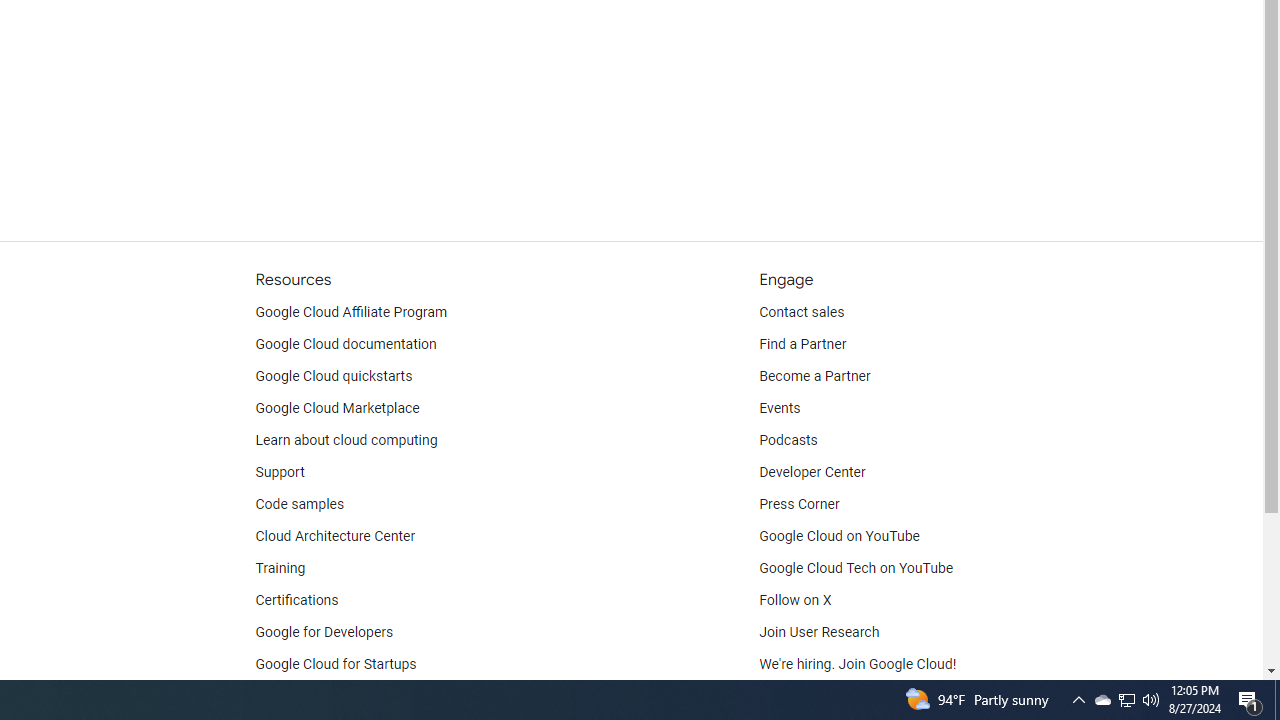 Image resolution: width=1280 pixels, height=720 pixels. What do you see at coordinates (278, 473) in the screenshot?
I see `'Support'` at bounding box center [278, 473].